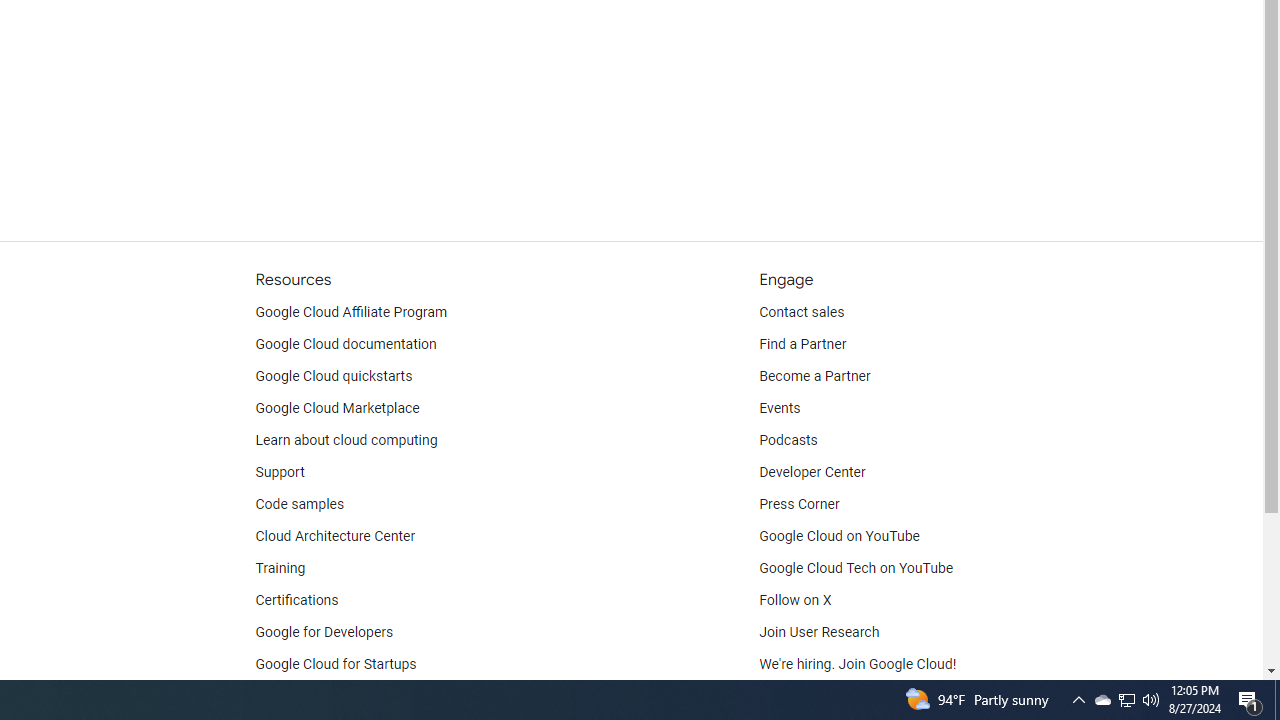 Image resolution: width=1280 pixels, height=720 pixels. What do you see at coordinates (278, 473) in the screenshot?
I see `'Support'` at bounding box center [278, 473].